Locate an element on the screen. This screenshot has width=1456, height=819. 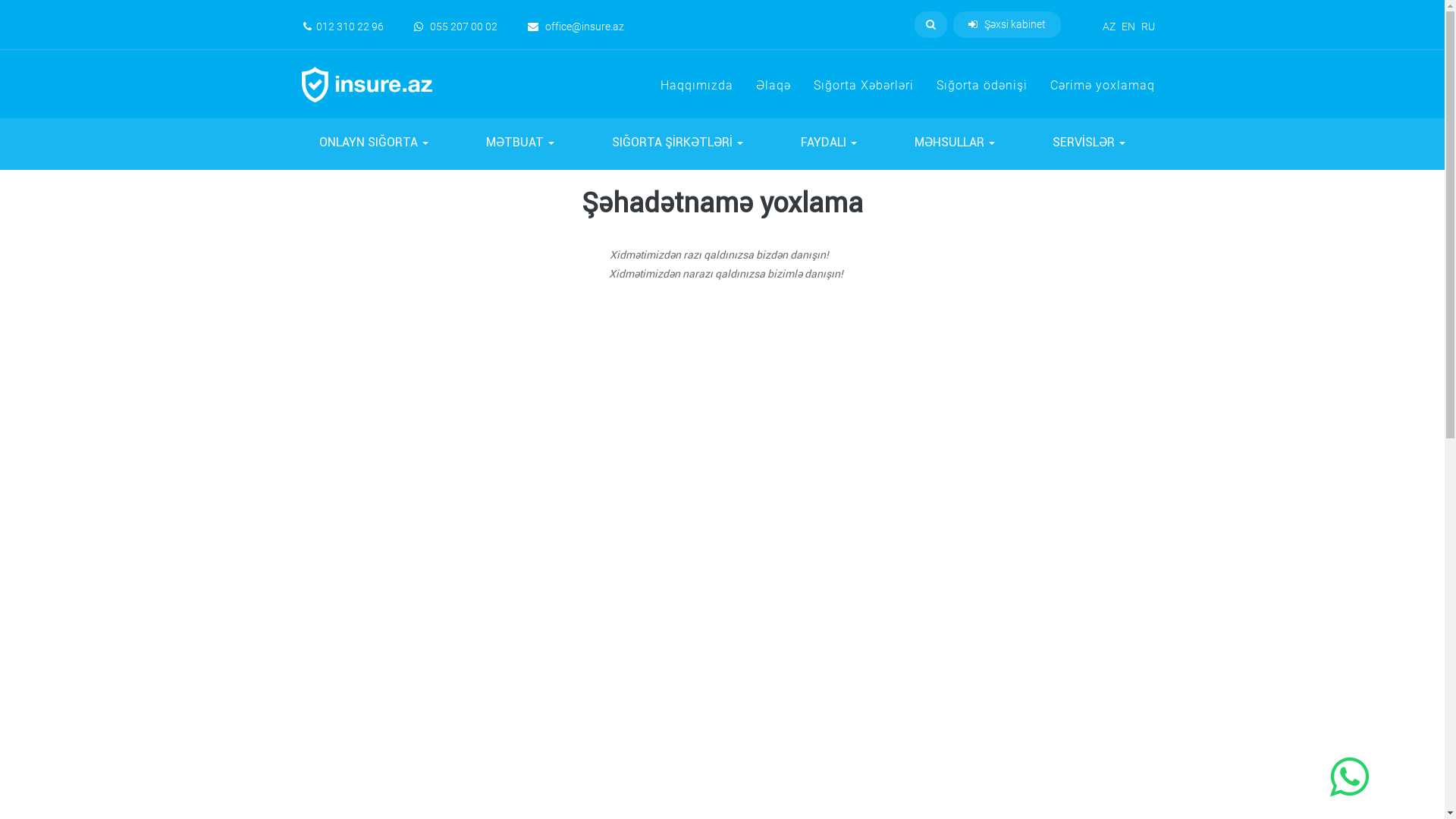
'055 207 00 02' is located at coordinates (454, 26).